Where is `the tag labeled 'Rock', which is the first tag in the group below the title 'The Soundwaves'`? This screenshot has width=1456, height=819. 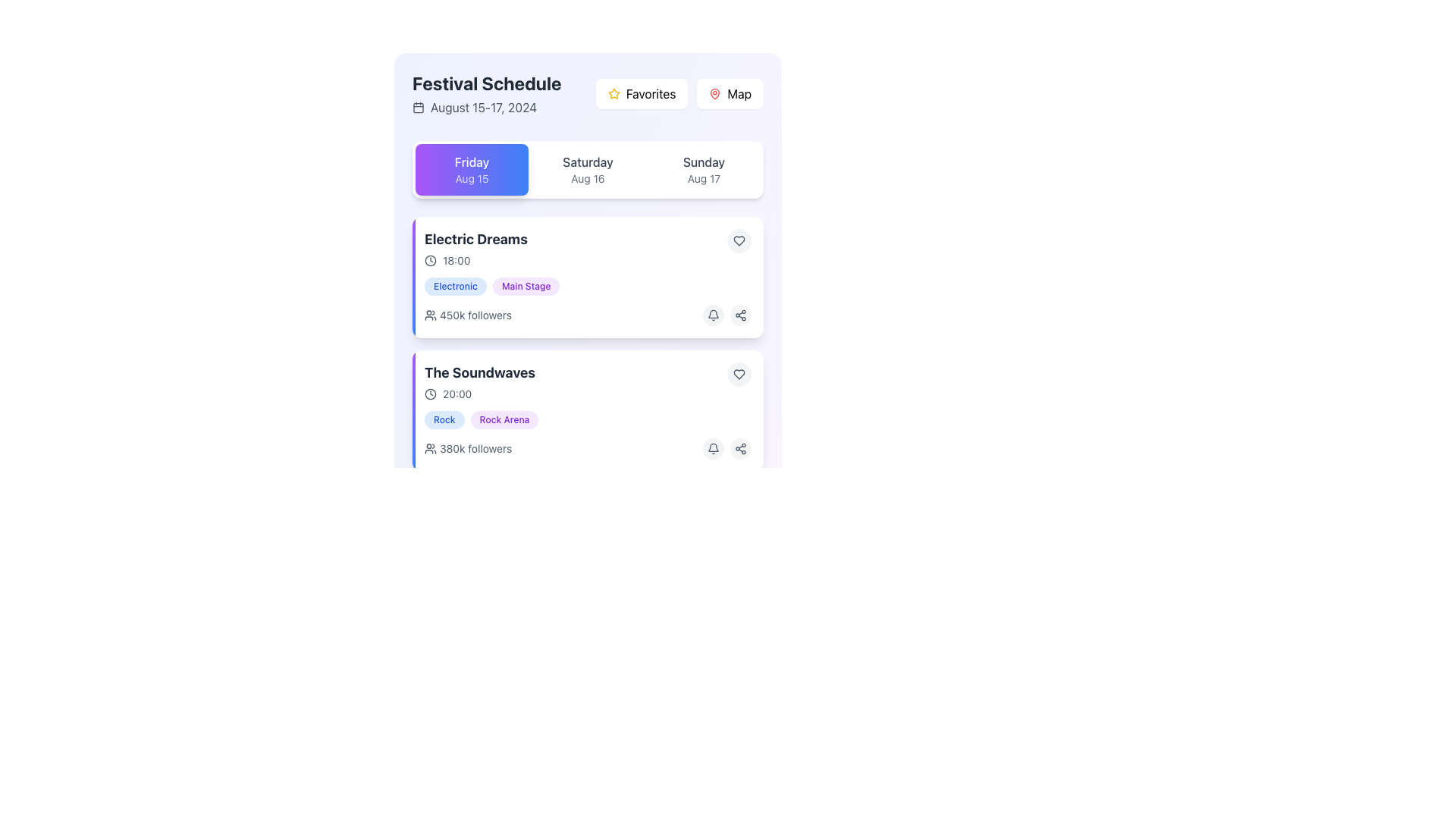
the tag labeled 'Rock', which is the first tag in the group below the title 'The Soundwaves' is located at coordinates (444, 420).